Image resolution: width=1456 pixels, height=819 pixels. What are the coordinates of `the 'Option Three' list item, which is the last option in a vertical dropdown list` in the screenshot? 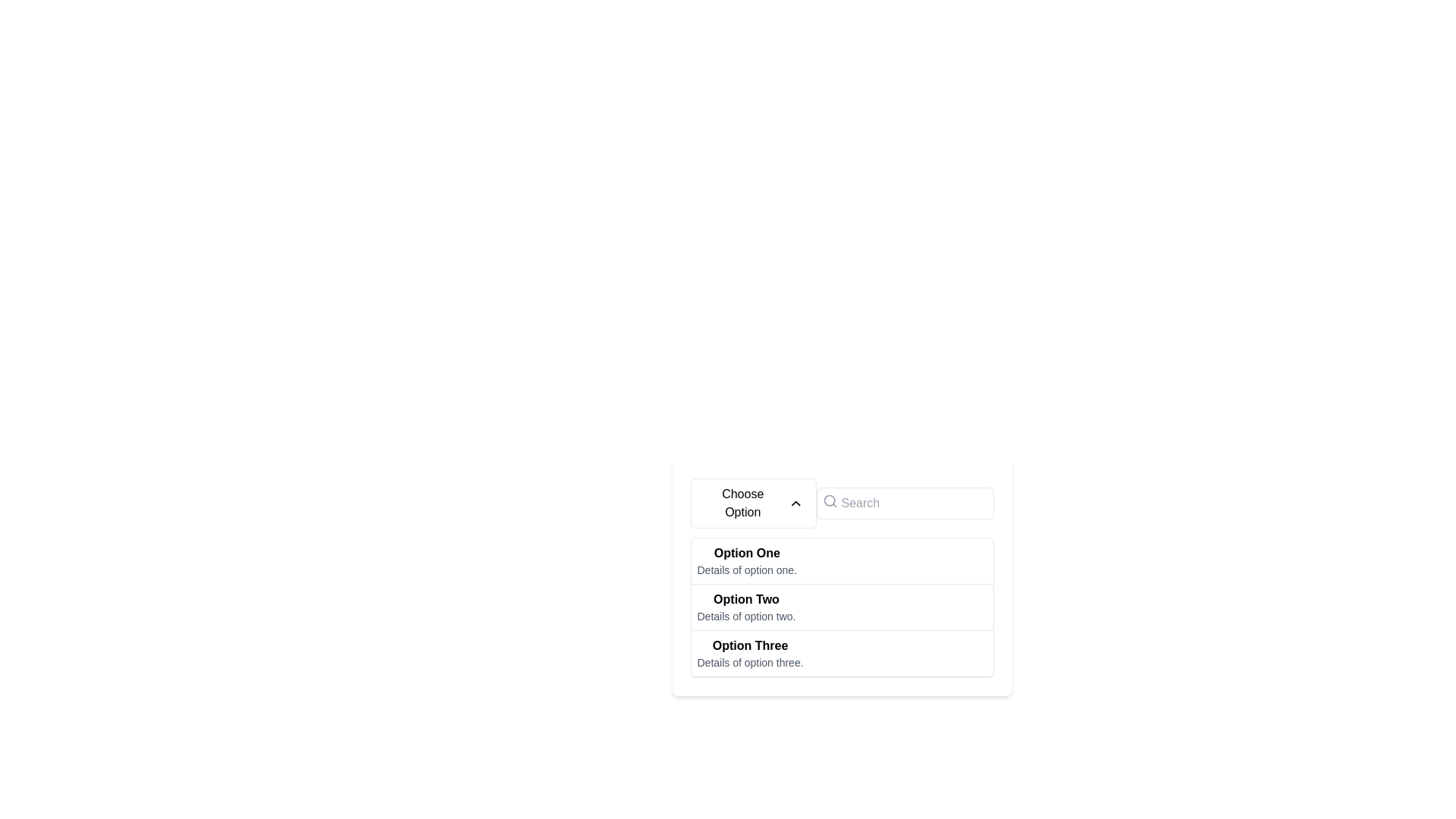 It's located at (750, 652).